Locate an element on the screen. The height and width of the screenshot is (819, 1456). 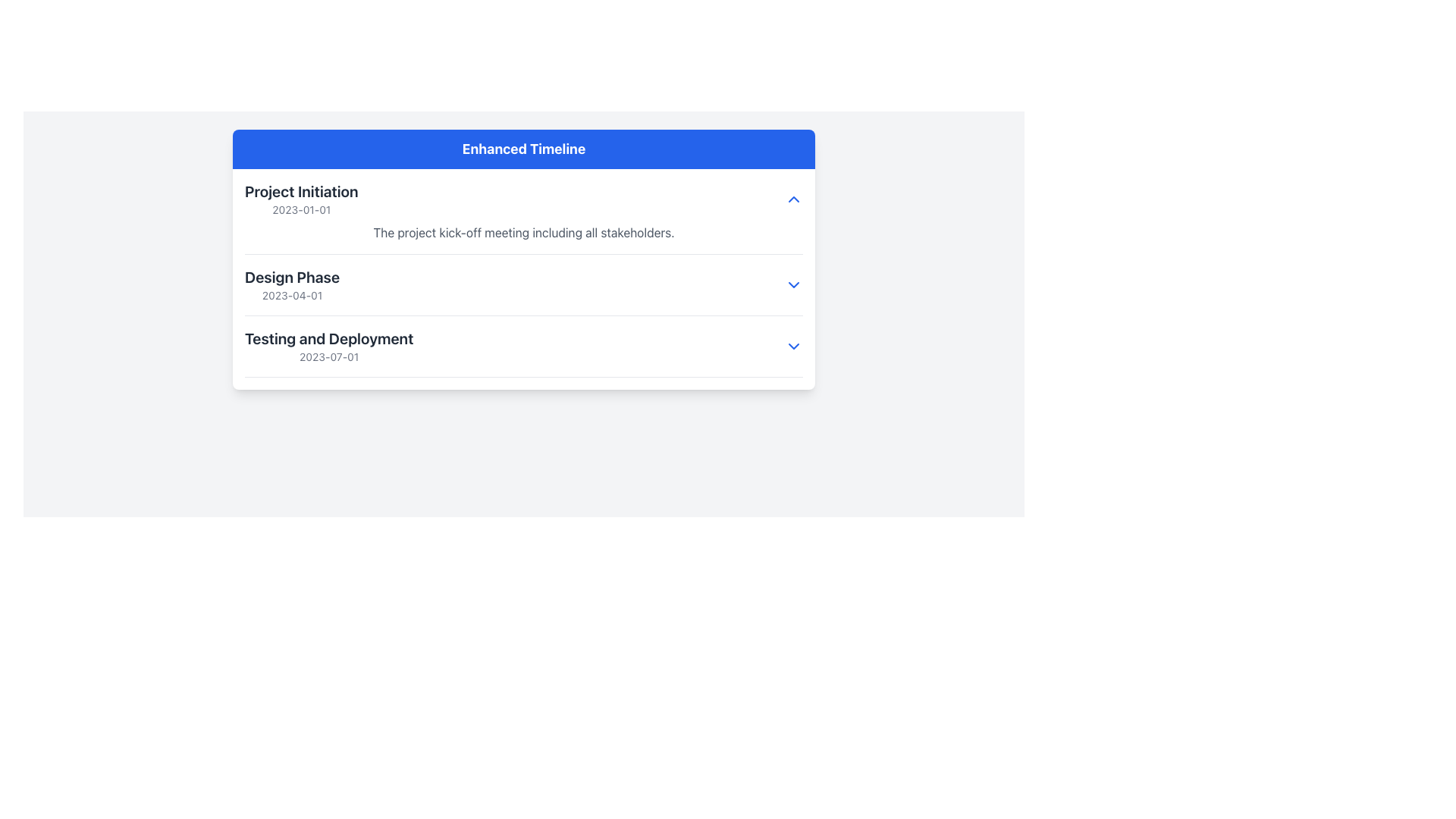
the second header item in the 'Enhanced Timeline' section that represents a phase name and date, positioned between 'Project Initiation' and 'Testing and Deployment' is located at coordinates (292, 284).